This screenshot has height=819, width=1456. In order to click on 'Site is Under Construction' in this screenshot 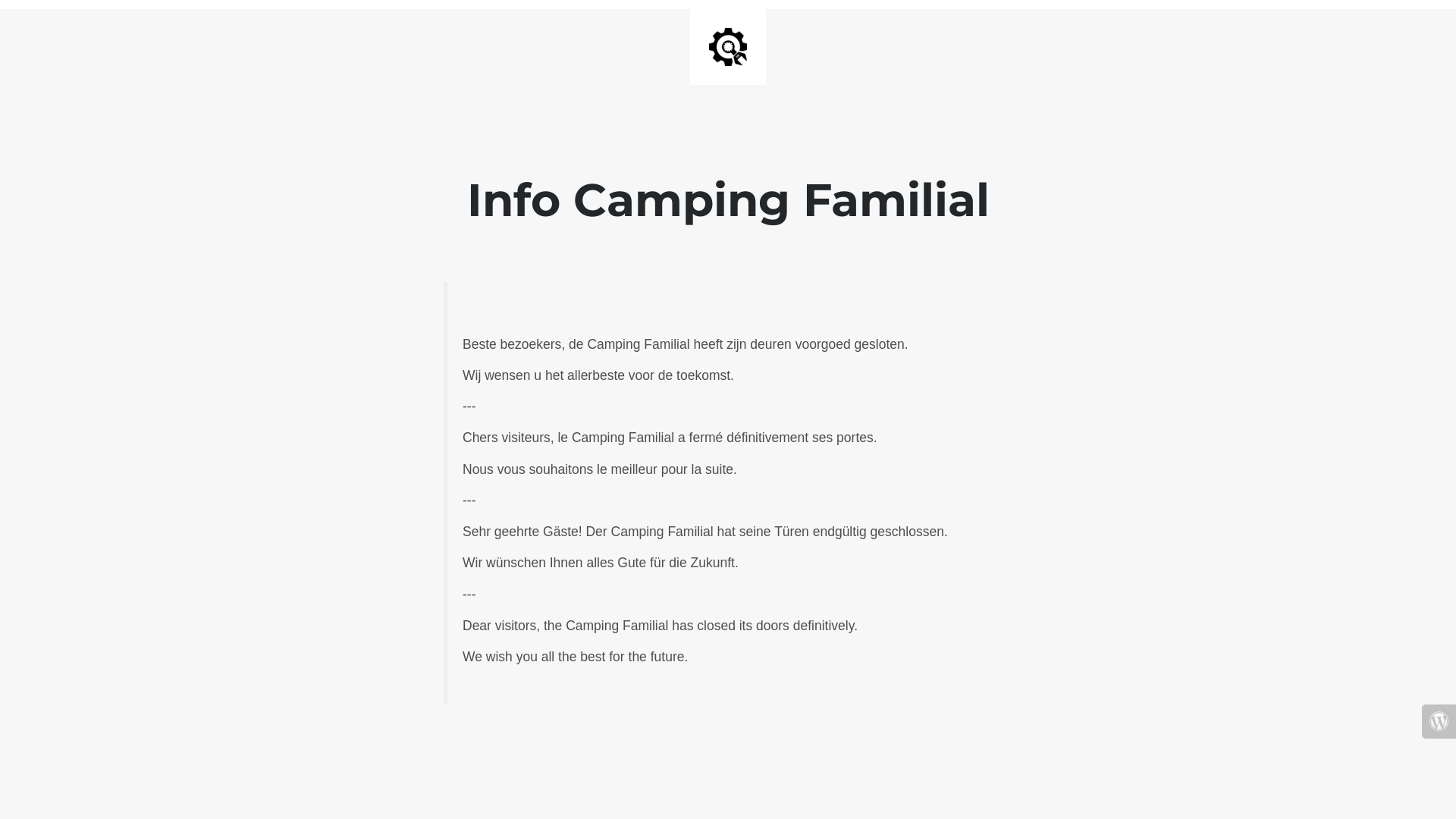, I will do `click(728, 45)`.